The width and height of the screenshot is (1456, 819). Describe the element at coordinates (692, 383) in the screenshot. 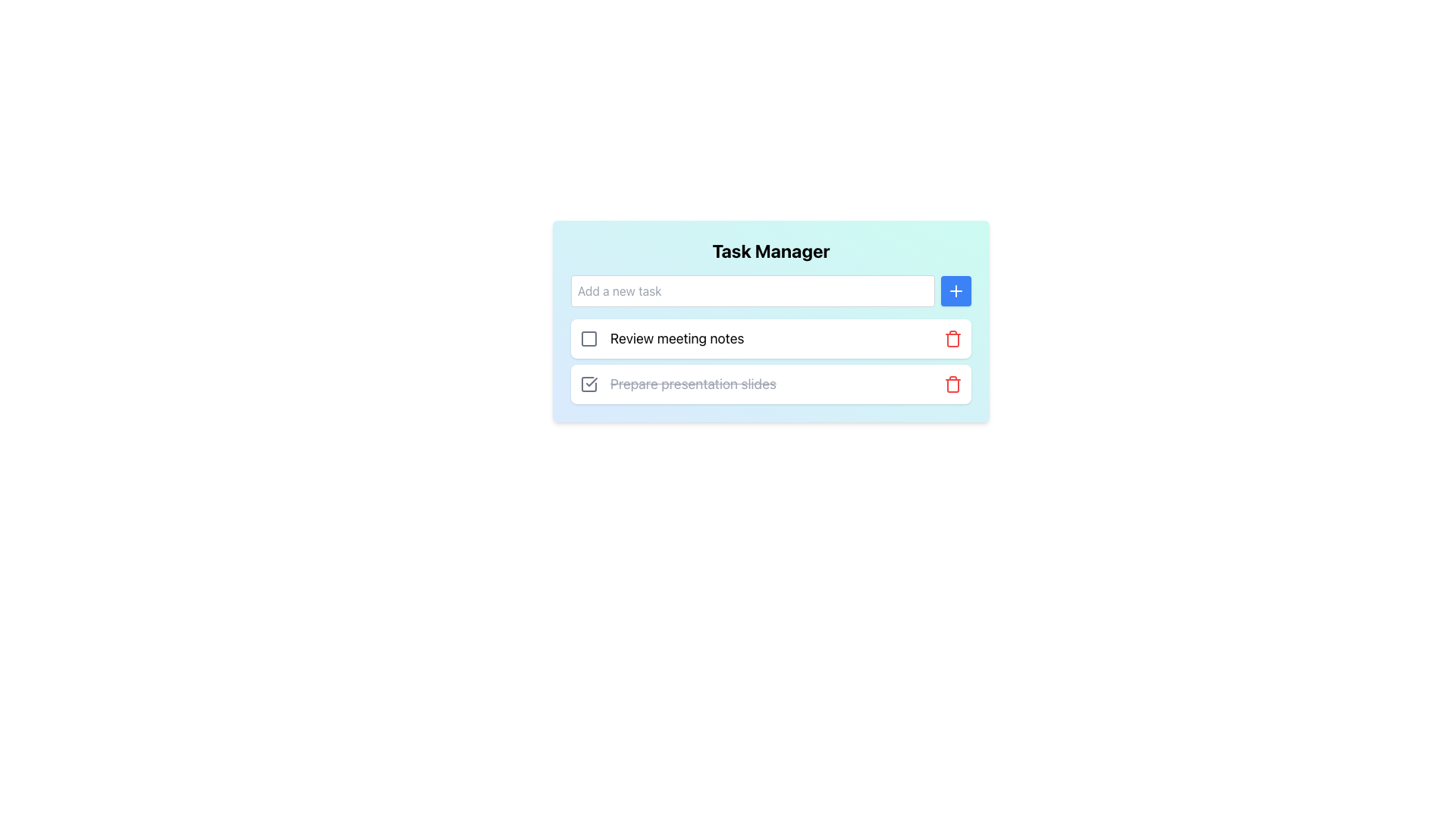

I see `the text label displaying 'Prepare presentation slides', which is styled with a line-through and gray color, indicating it is a completed task in the Task Manager` at that location.